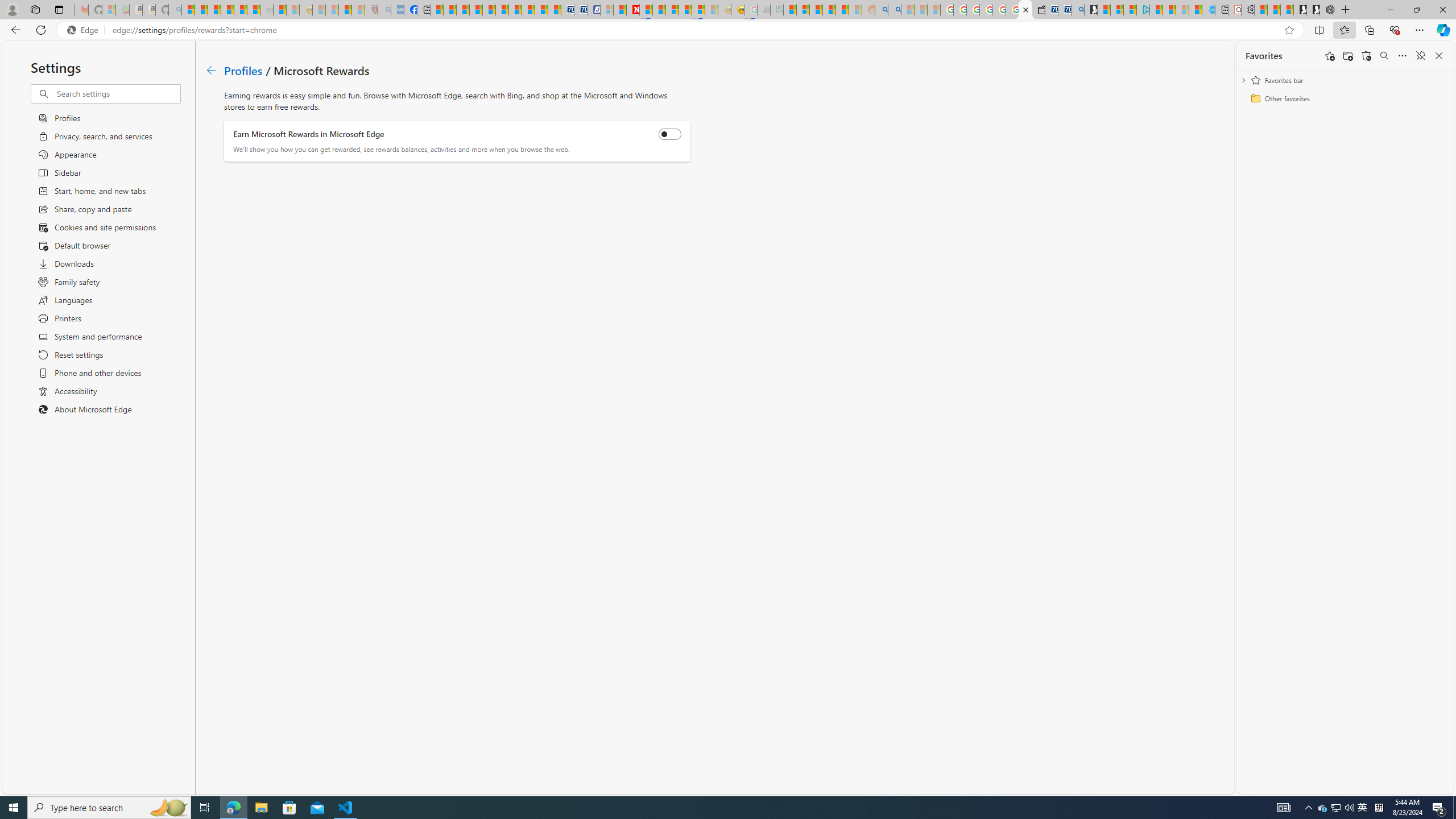 The image size is (1456, 819). What do you see at coordinates (213, 9) in the screenshot?
I see `'The Weather Channel - MSN'` at bounding box center [213, 9].